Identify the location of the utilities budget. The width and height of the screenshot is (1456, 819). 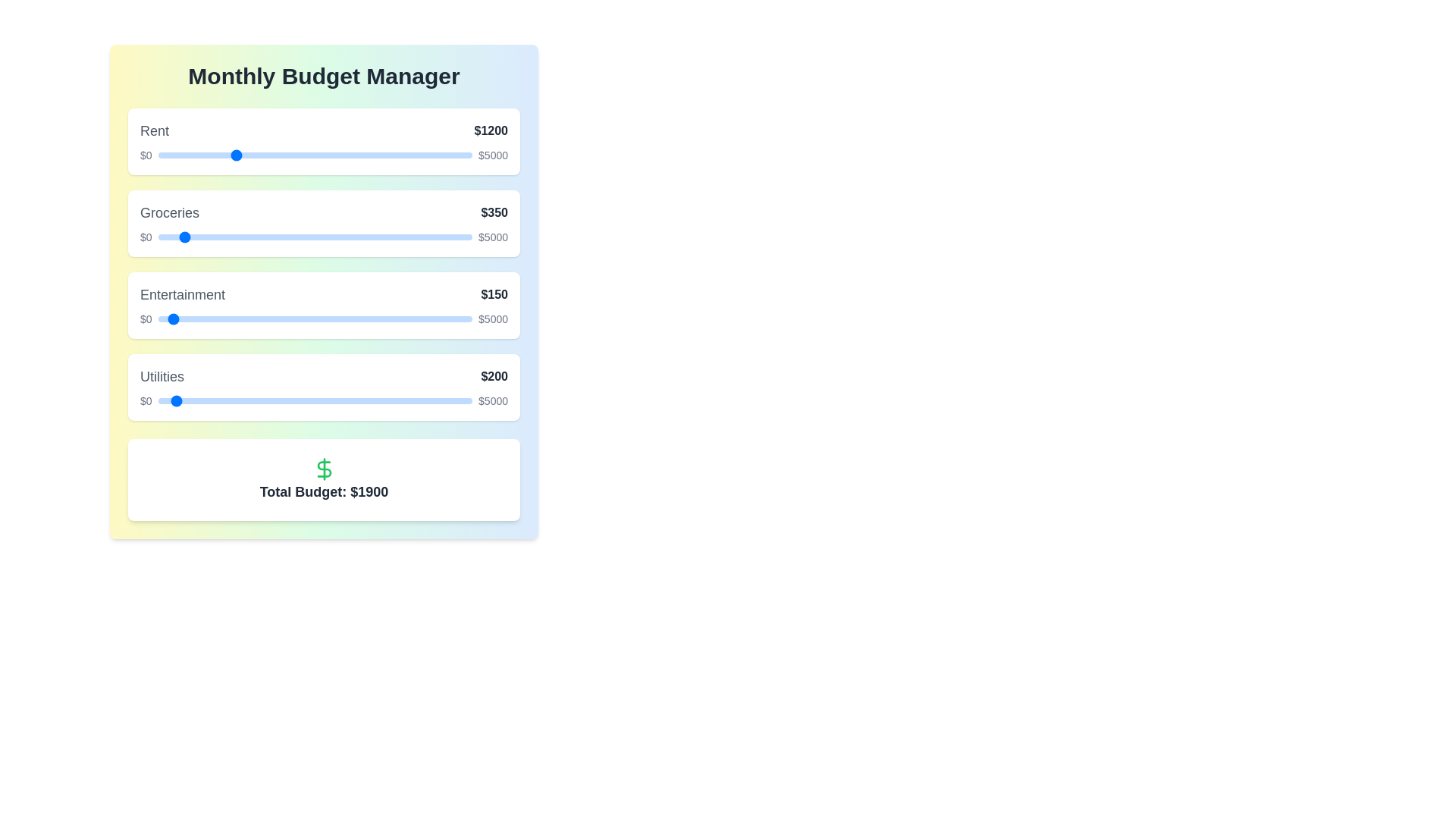
(326, 400).